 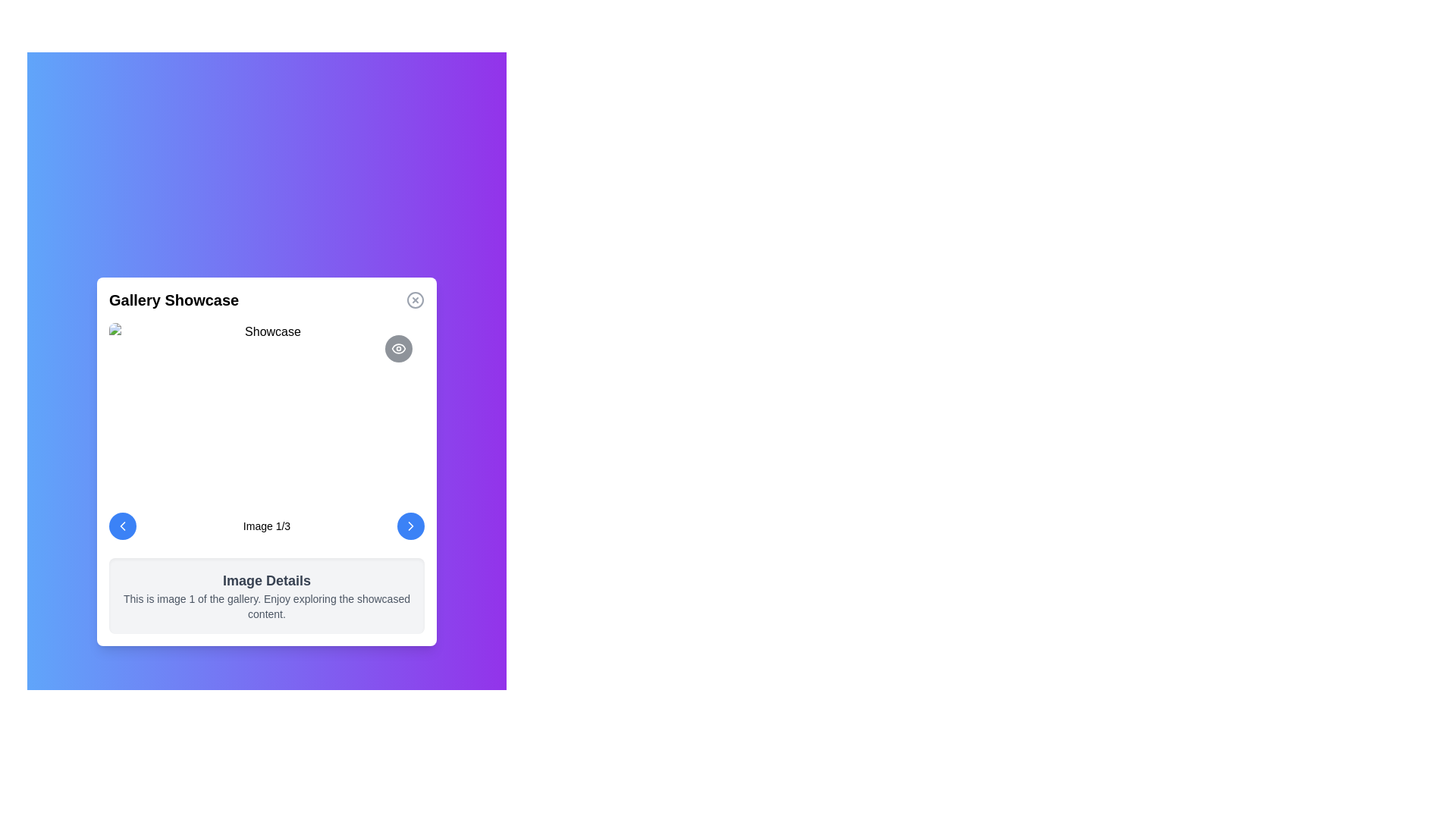 I want to click on the small triangular chevron icon located at the bottom right of the card interface inside the circular navigation button, so click(x=411, y=526).